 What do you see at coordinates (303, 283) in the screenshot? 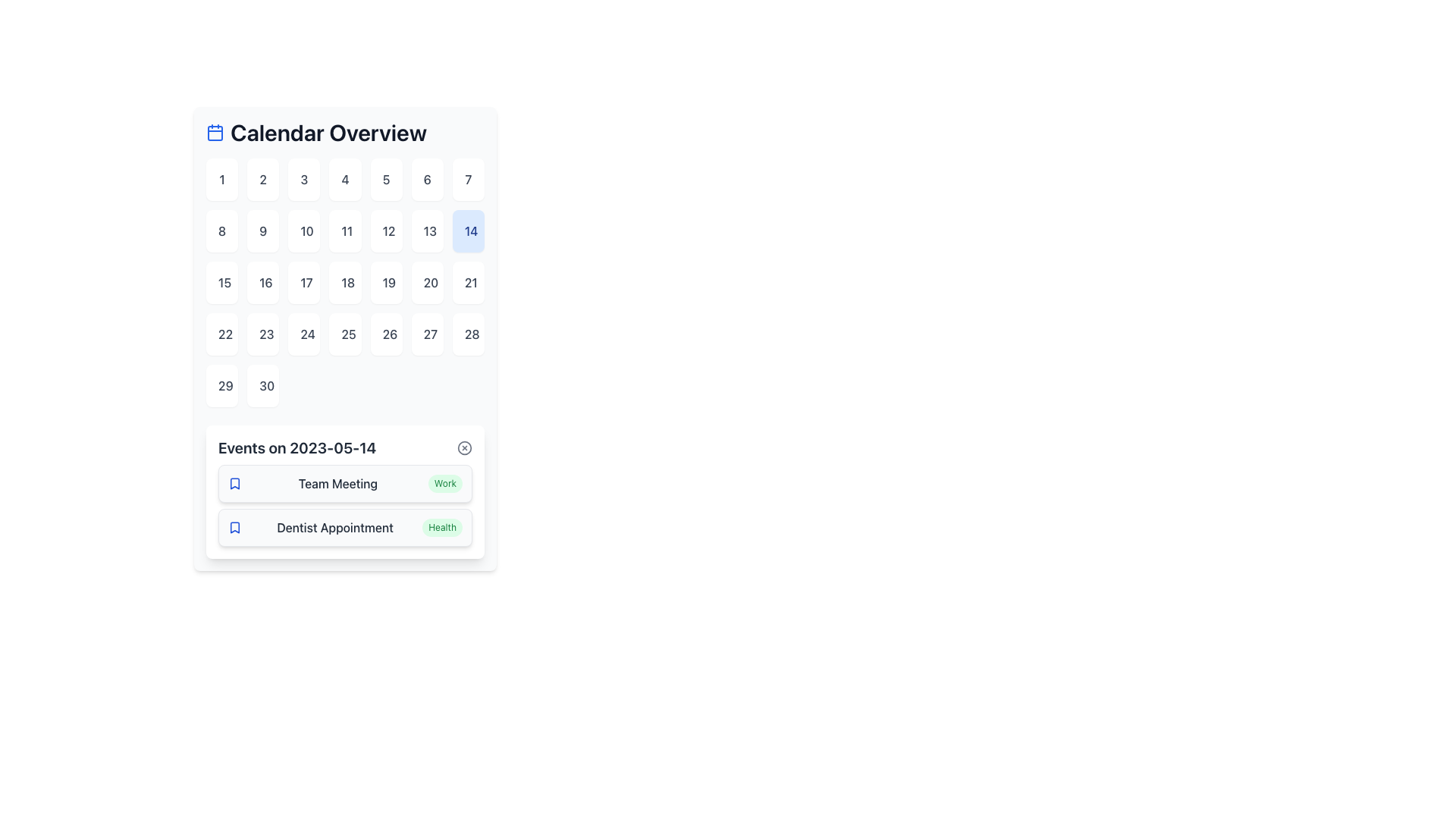
I see `the button labeled '17'` at bounding box center [303, 283].